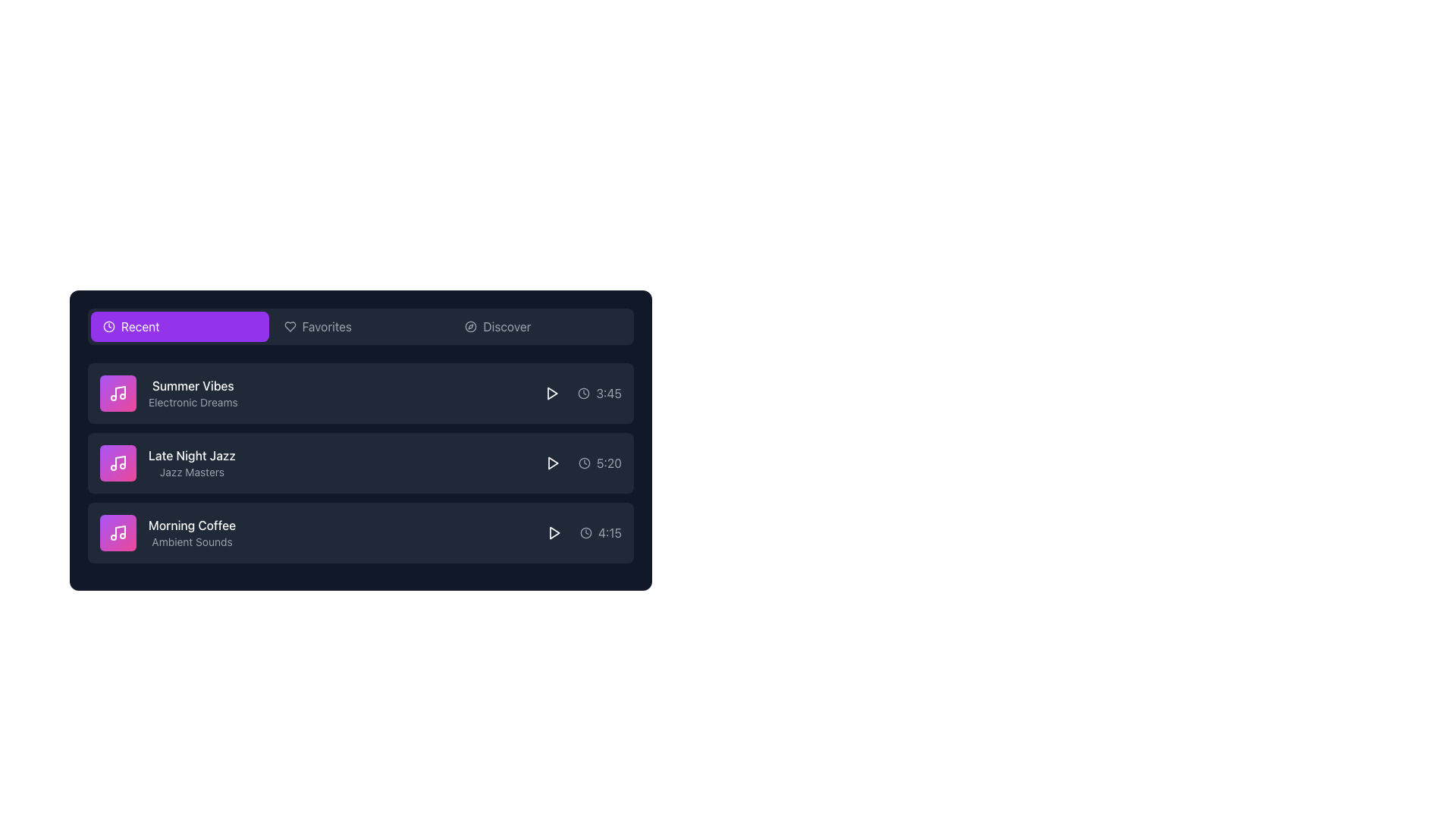 This screenshot has height=819, width=1456. What do you see at coordinates (583, 462) in the screenshot?
I see `the circular outline with a gray background that represents the clock icon for the 'Late Night Jazz' track, positioned to the left of the play button in the second row of the list` at bounding box center [583, 462].